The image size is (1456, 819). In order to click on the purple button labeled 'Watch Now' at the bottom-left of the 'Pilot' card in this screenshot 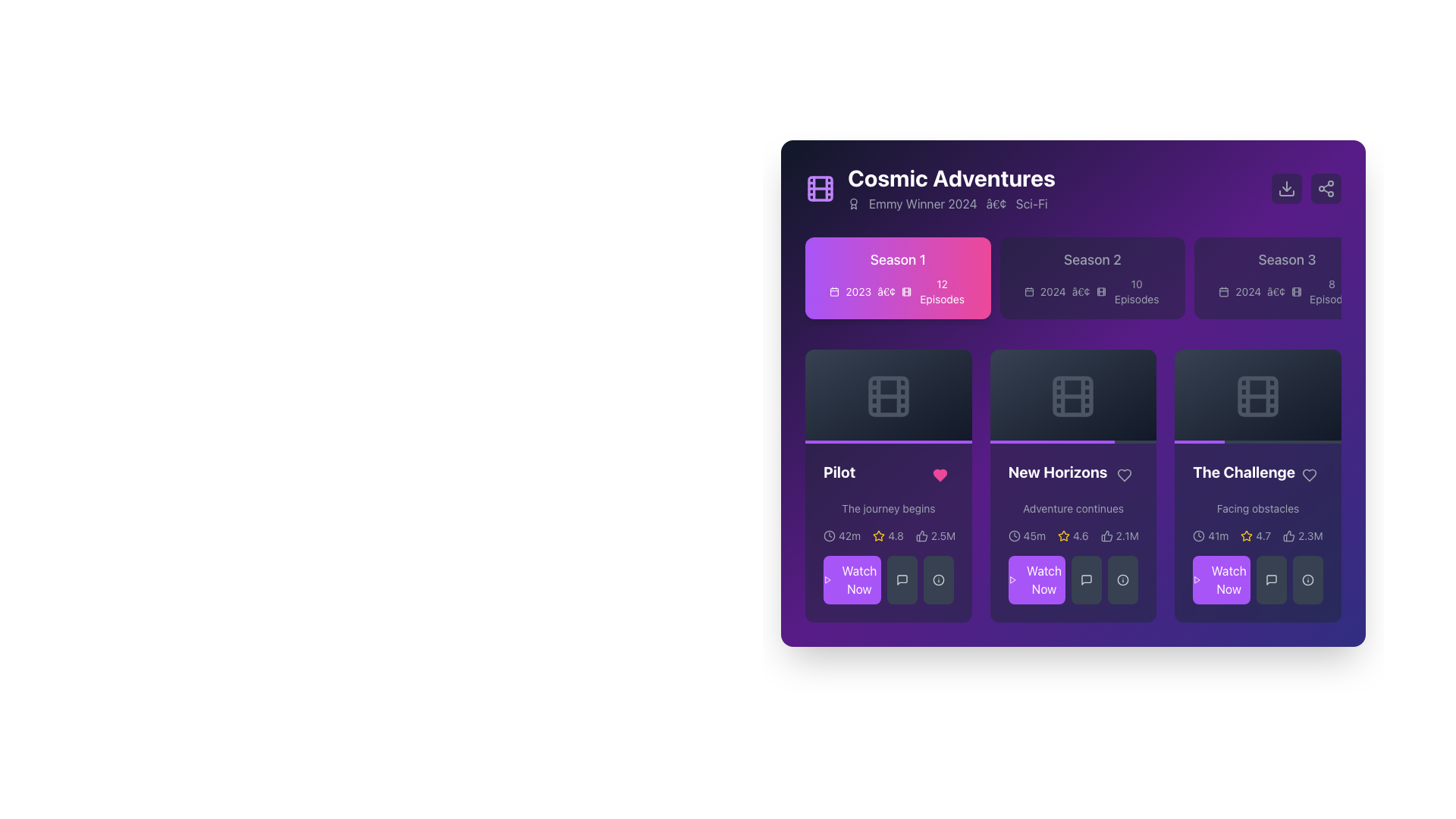, I will do `click(888, 579)`.